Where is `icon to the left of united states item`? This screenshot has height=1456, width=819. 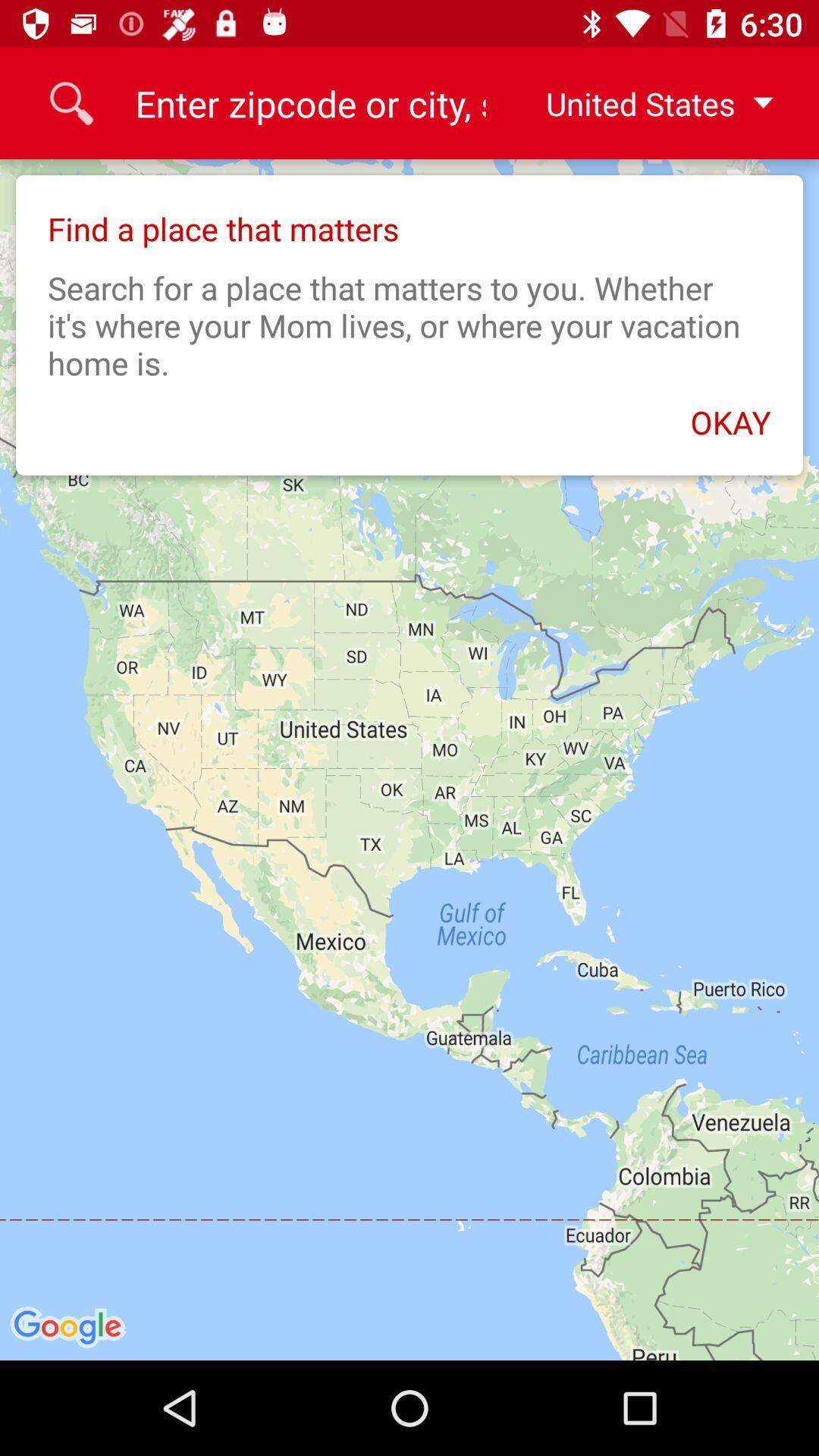 icon to the left of united states item is located at coordinates (309, 102).